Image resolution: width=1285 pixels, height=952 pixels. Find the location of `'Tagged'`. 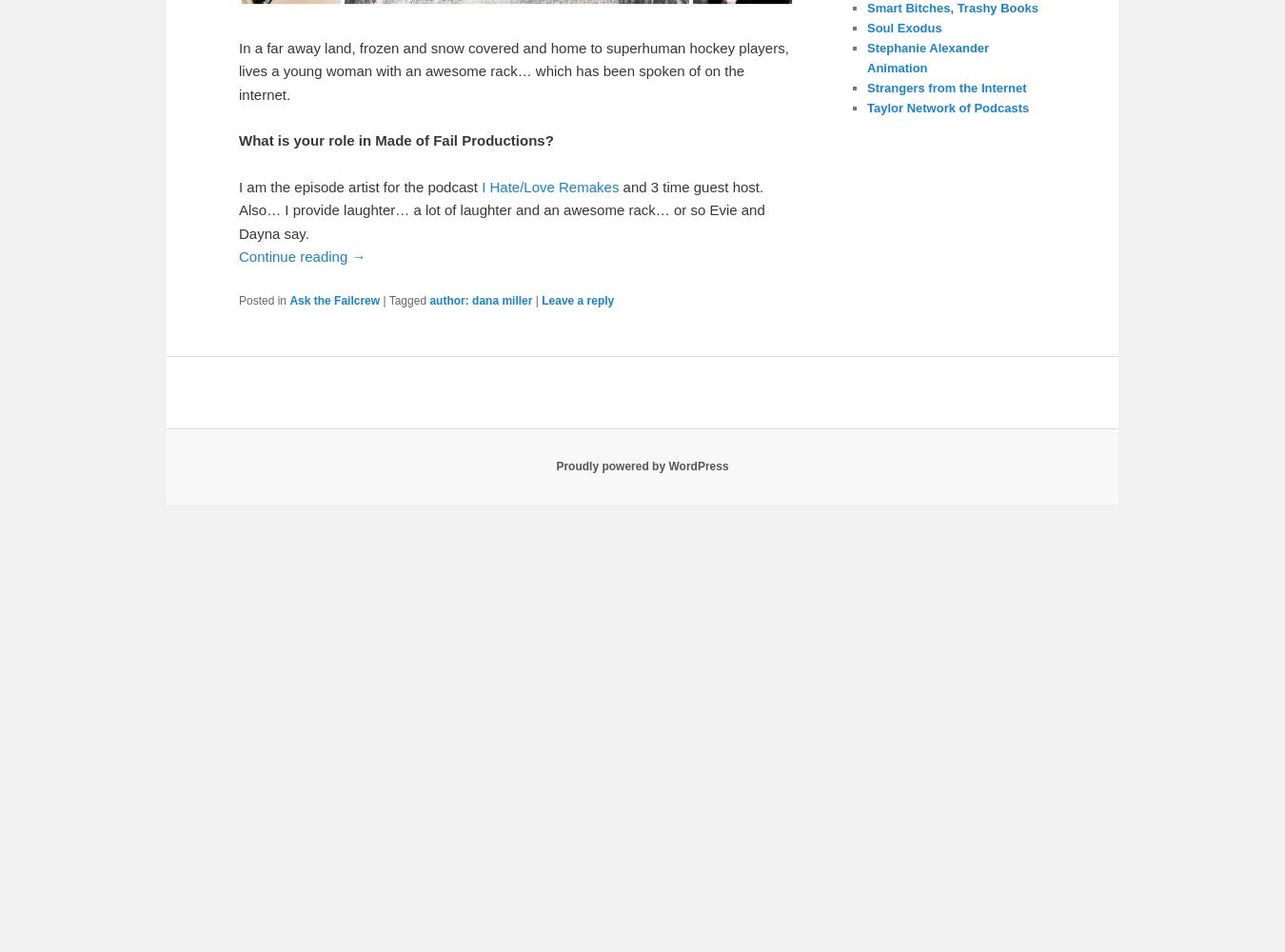

'Tagged' is located at coordinates (406, 299).